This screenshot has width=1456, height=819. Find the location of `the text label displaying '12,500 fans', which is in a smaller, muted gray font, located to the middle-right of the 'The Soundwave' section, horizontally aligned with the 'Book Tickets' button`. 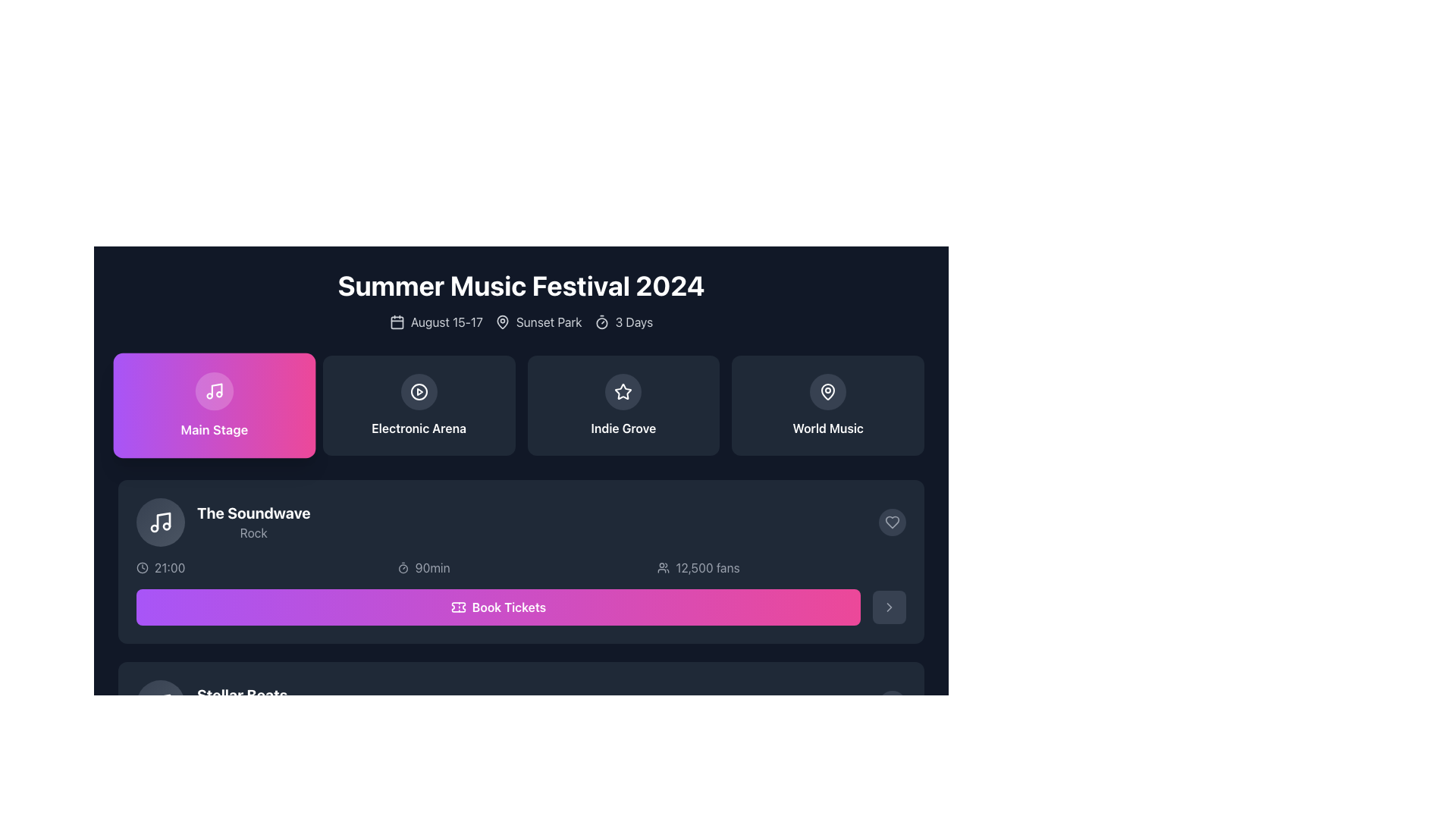

the text label displaying '12,500 fans', which is in a smaller, muted gray font, located to the middle-right of the 'The Soundwave' section, horizontally aligned with the 'Book Tickets' button is located at coordinates (707, 567).